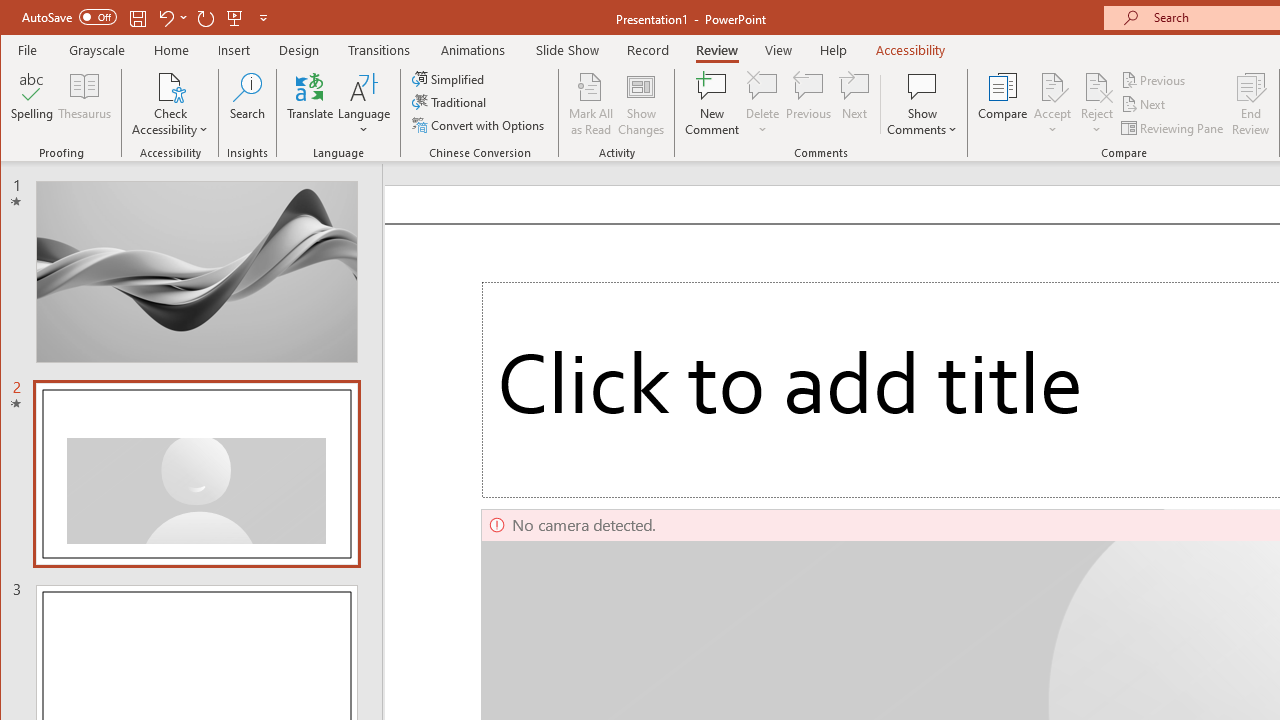 The width and height of the screenshot is (1280, 720). Describe the element at coordinates (921, 85) in the screenshot. I see `'Show Comments'` at that location.